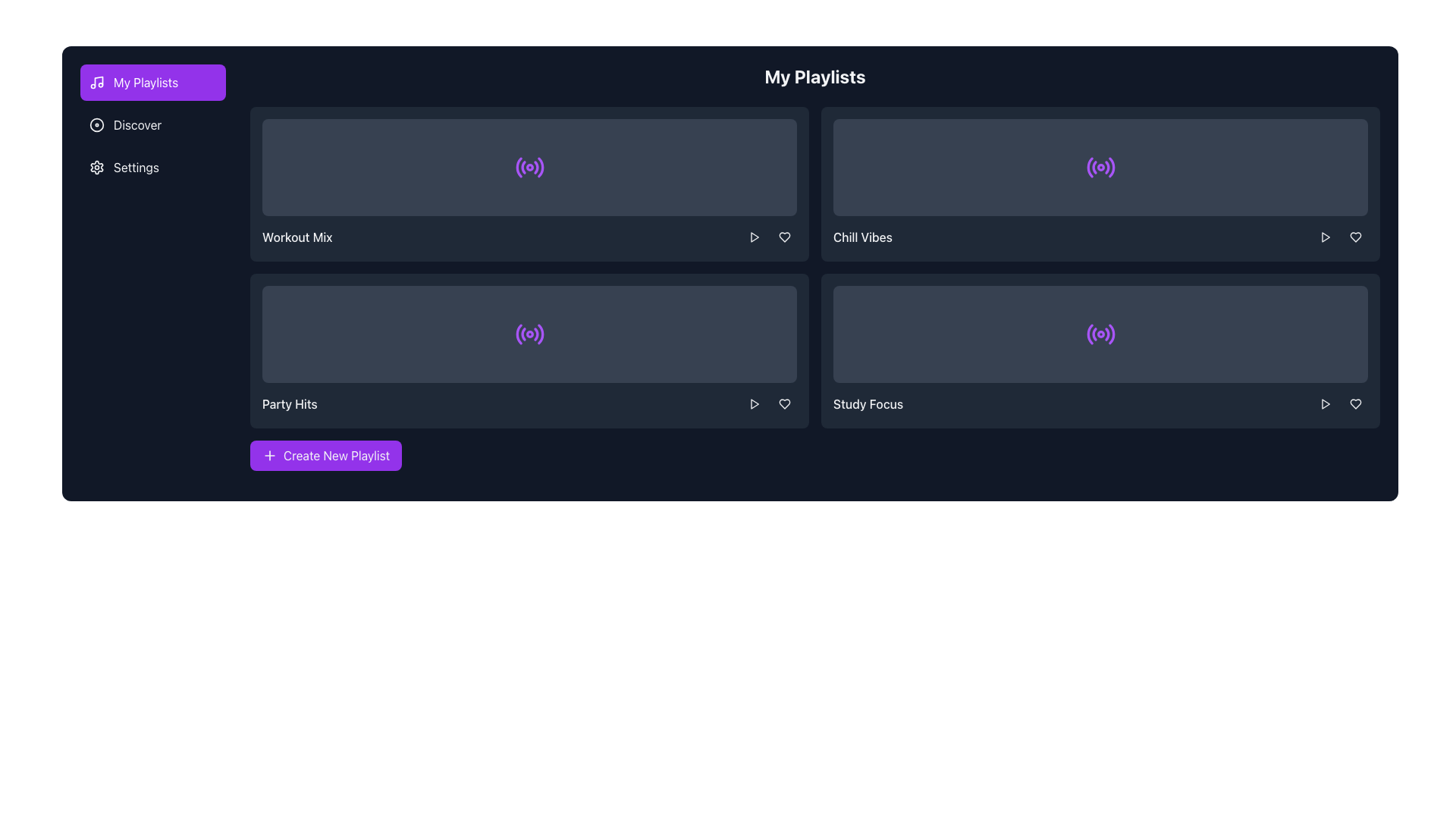  What do you see at coordinates (754, 237) in the screenshot?
I see `the triangular-shaped play icon, outlined with a light-colored stroke, located in the top-right corner of the 'Workout Mix' playlist card in the 'My Playlists' section to play the playlist` at bounding box center [754, 237].